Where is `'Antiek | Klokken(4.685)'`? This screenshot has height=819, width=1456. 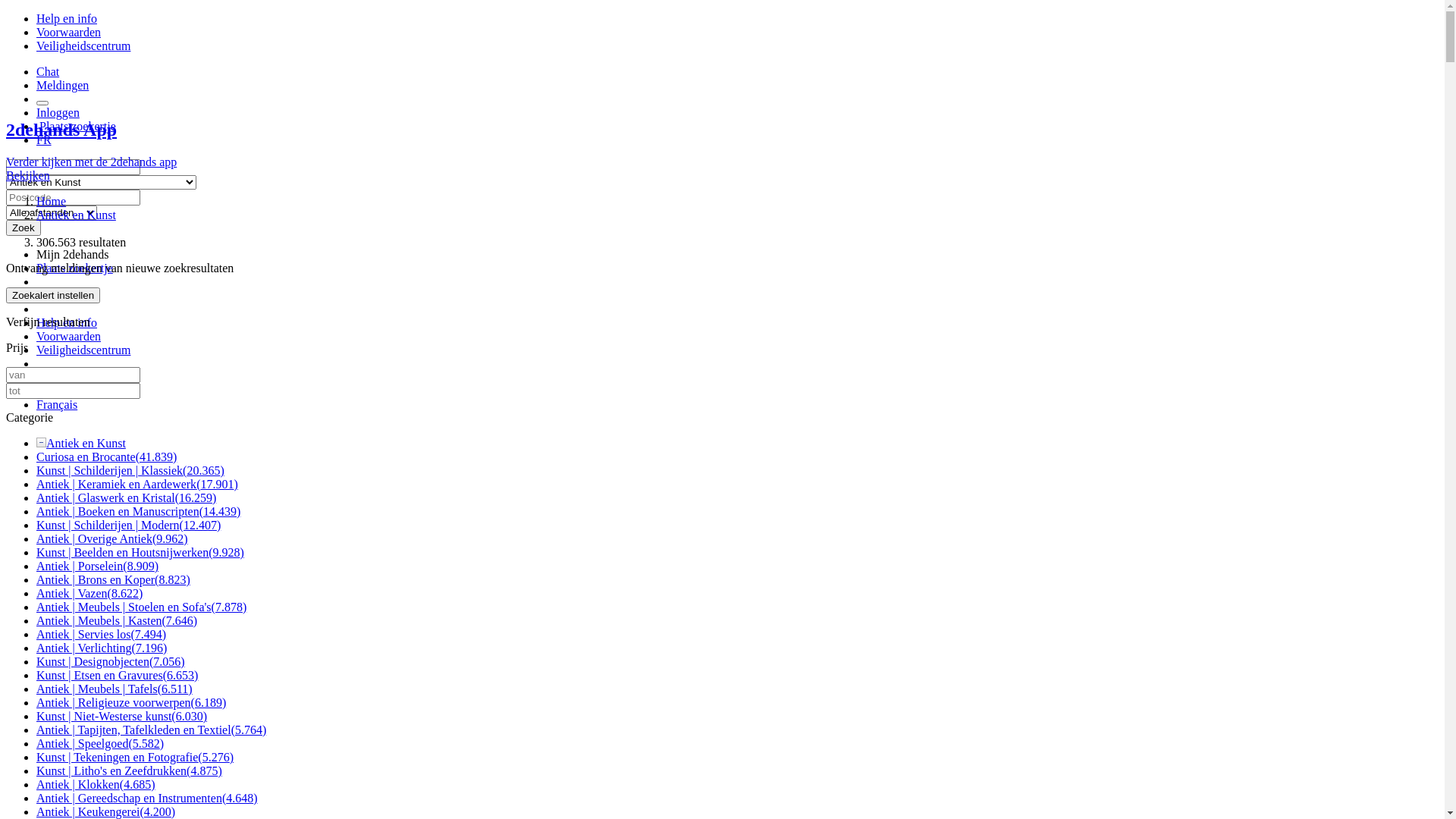 'Antiek | Klokken(4.685)' is located at coordinates (95, 784).